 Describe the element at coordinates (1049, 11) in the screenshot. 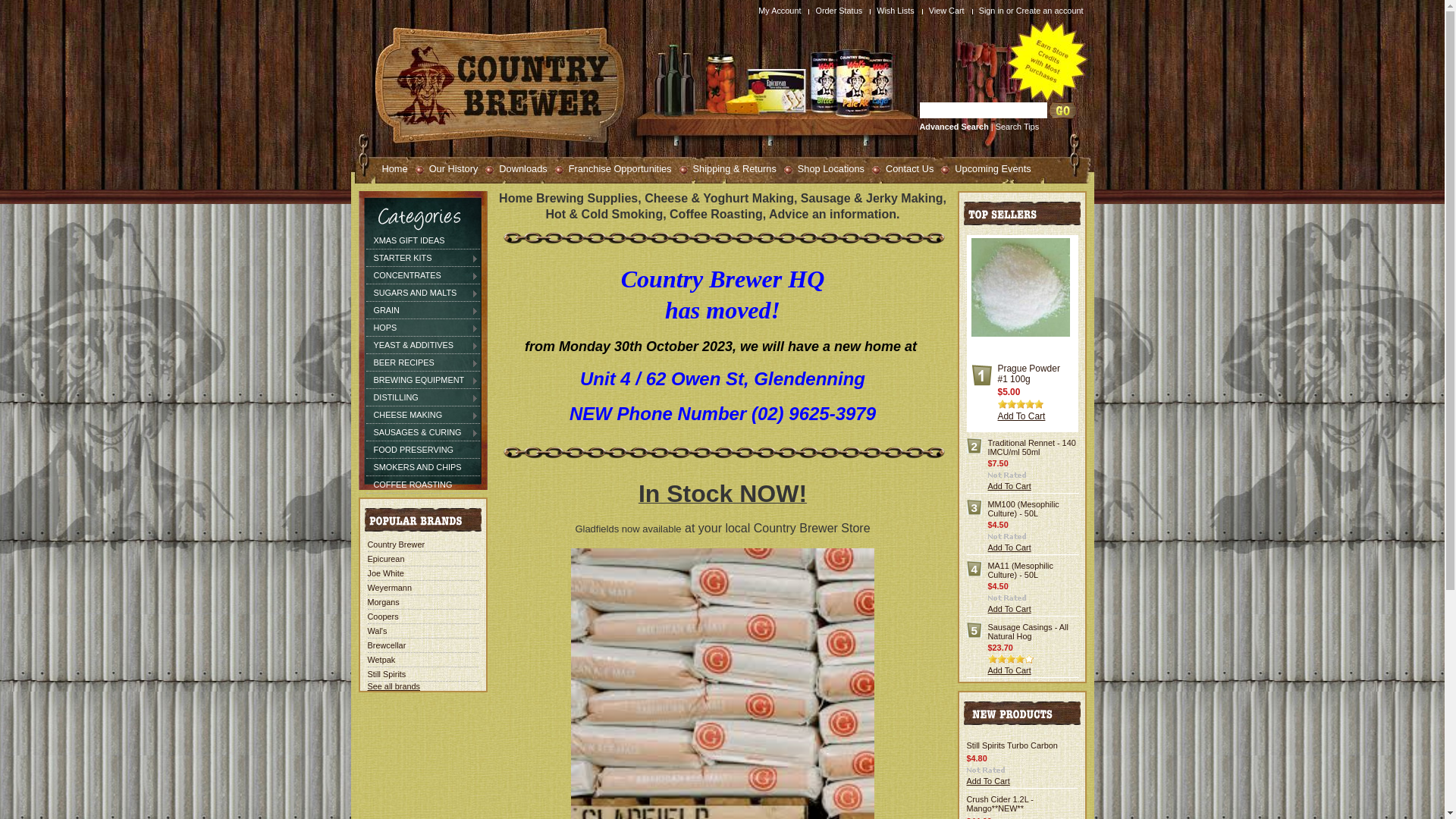

I see `'Create an account'` at that location.